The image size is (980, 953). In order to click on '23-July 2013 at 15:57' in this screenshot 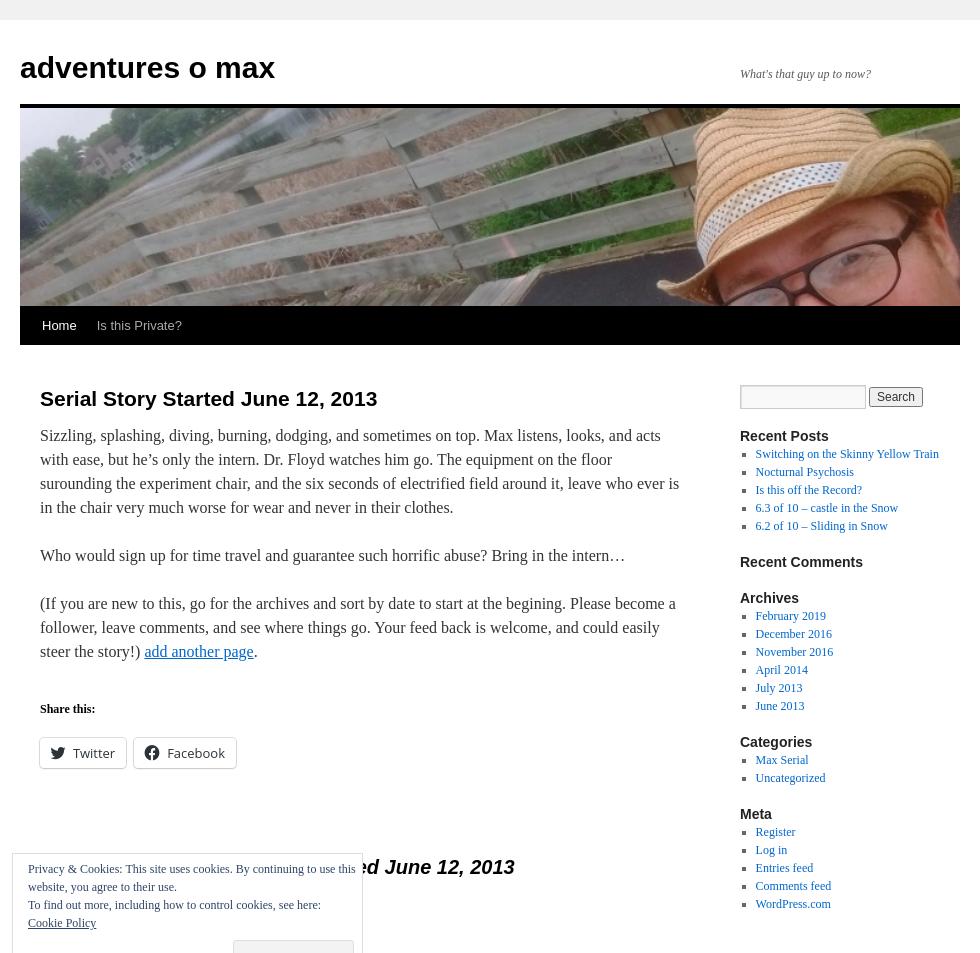, I will do `click(96, 942)`.